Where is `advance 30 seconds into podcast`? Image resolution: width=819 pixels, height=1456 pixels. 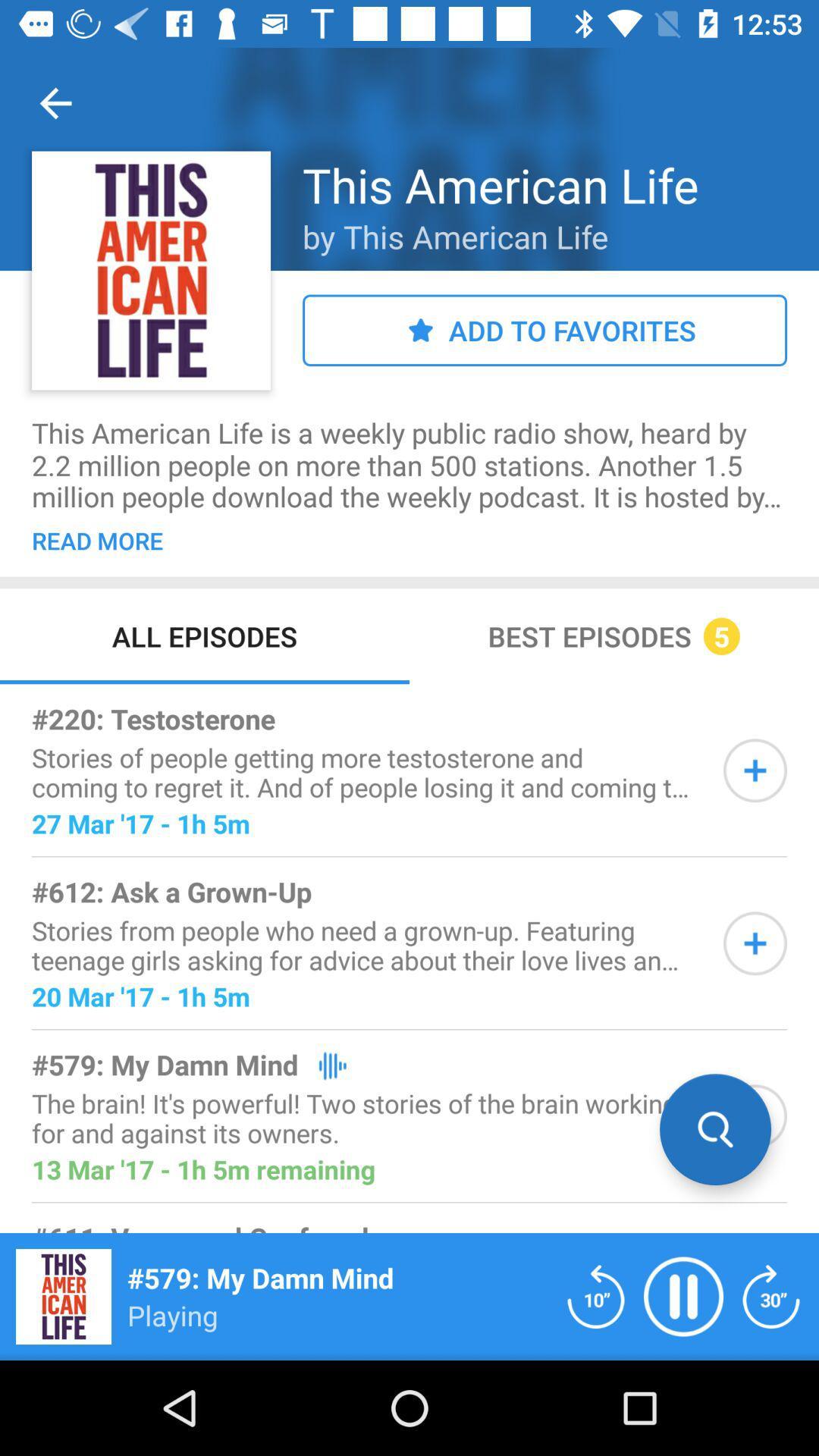
advance 30 seconds into podcast is located at coordinates (771, 1295).